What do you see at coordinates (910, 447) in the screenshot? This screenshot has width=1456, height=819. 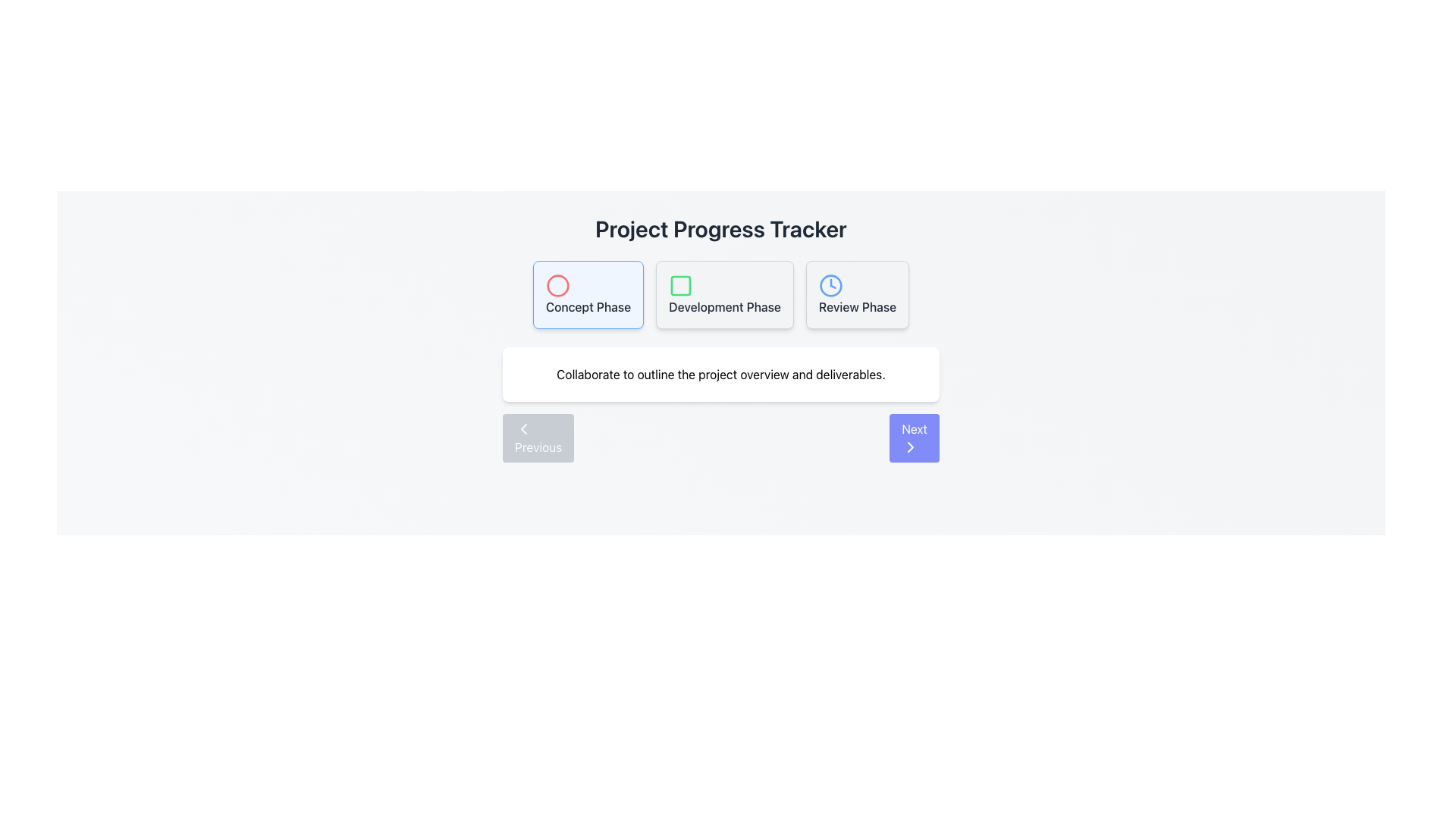 I see `the right-pointing chevron icon located on the right side of the 'Next' button with a blue background and white text` at bounding box center [910, 447].